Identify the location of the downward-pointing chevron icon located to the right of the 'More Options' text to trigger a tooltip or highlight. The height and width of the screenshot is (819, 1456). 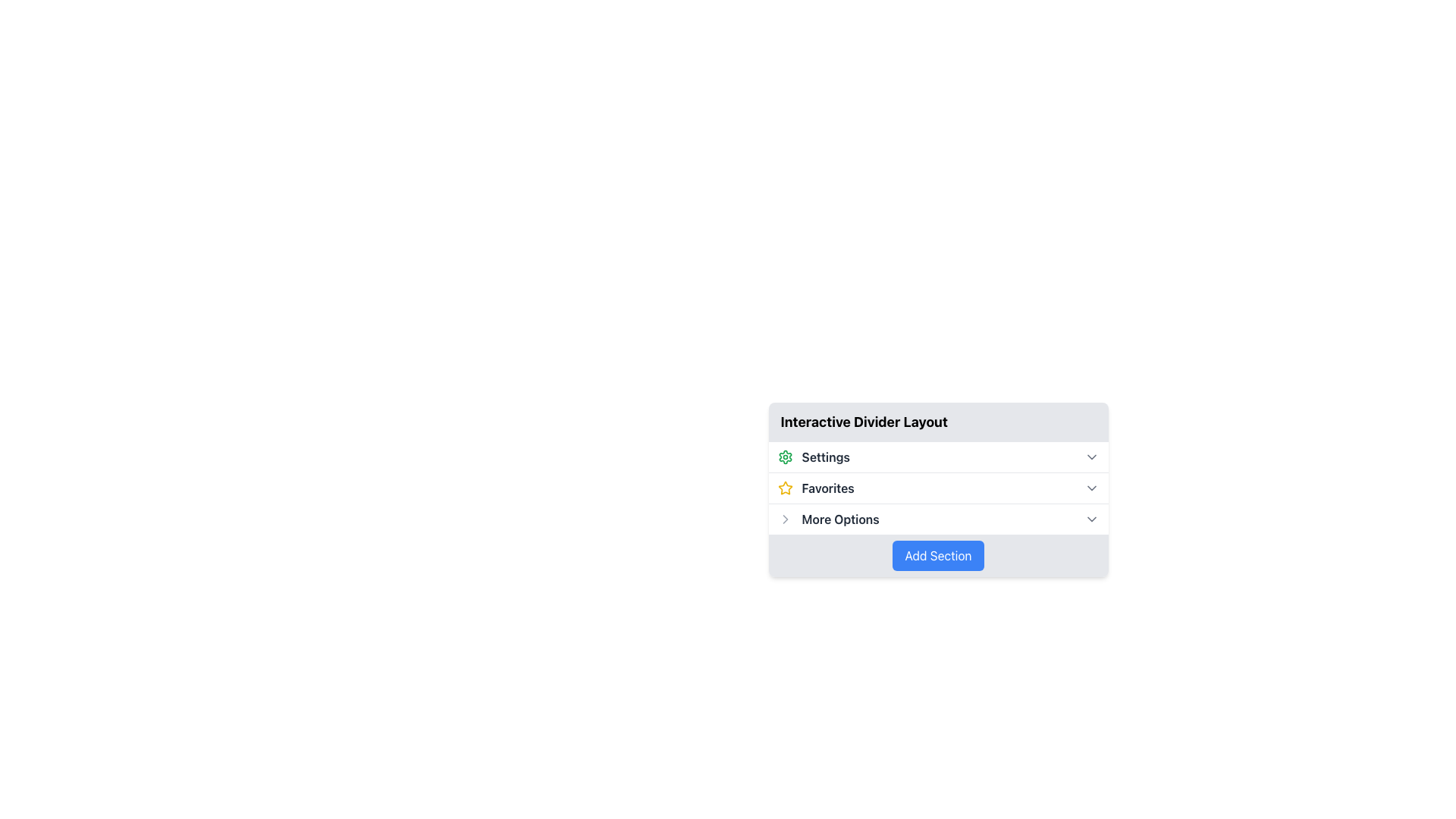
(1090, 519).